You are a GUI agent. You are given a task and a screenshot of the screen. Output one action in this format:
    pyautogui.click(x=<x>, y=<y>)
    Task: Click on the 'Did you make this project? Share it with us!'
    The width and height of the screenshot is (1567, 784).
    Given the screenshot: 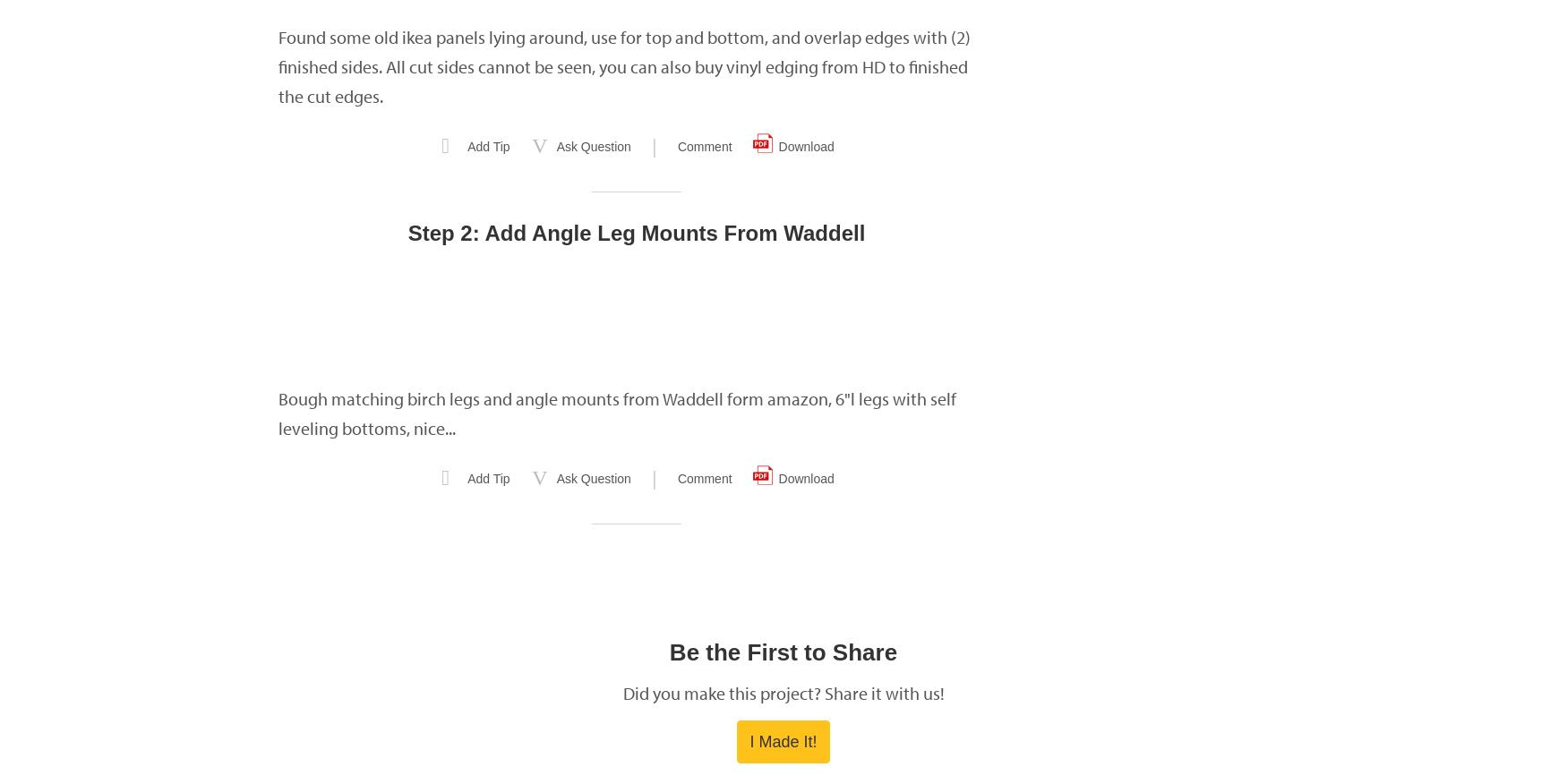 What is the action you would take?
    pyautogui.click(x=783, y=692)
    